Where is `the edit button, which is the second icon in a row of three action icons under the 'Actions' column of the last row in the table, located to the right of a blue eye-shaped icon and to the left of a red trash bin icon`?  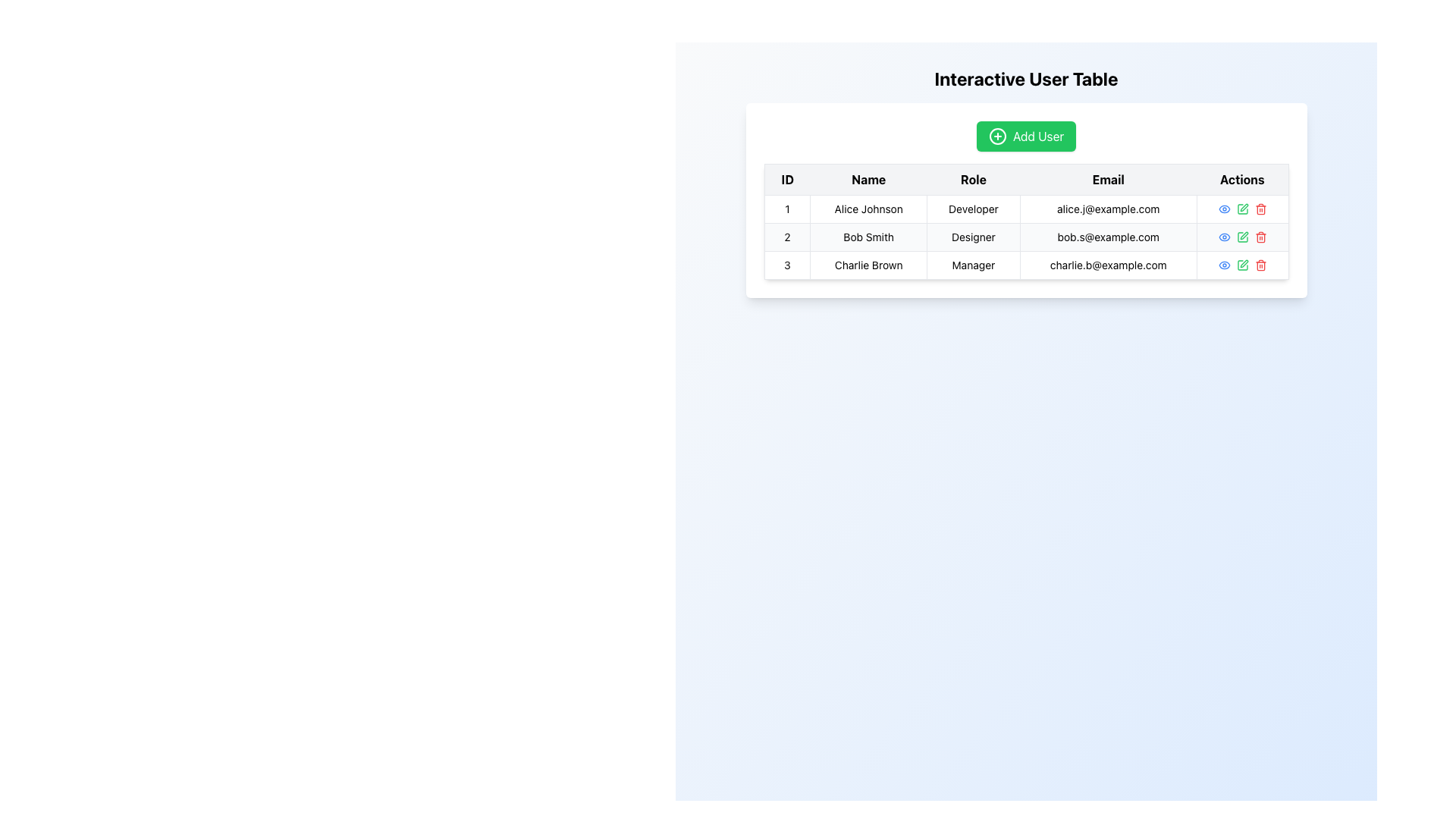 the edit button, which is the second icon in a row of three action icons under the 'Actions' column of the last row in the table, located to the right of a blue eye-shaped icon and to the left of a red trash bin icon is located at coordinates (1242, 265).